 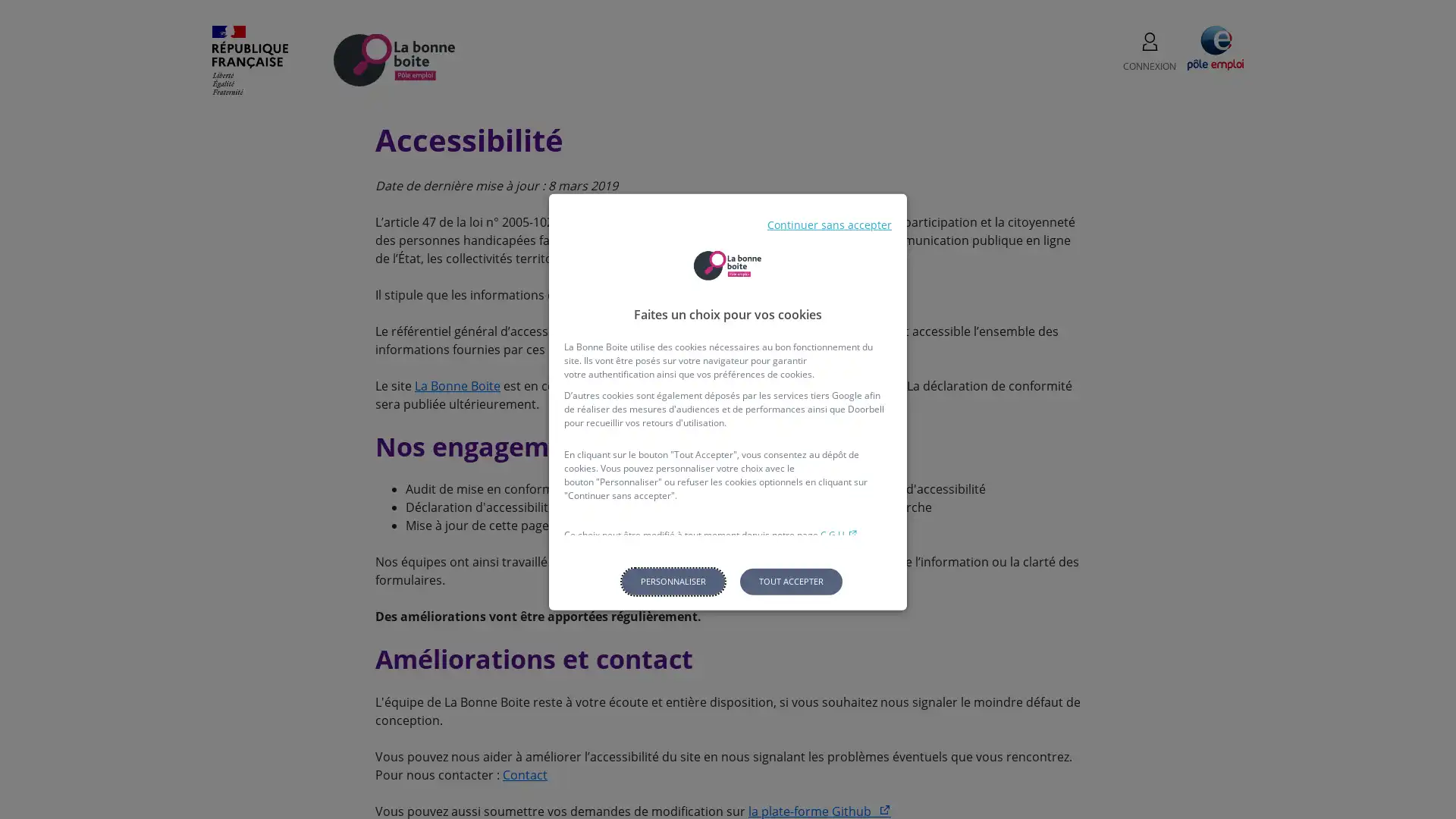 I want to click on Personnaliser les parametres de confidentialite, so click(x=672, y=580).